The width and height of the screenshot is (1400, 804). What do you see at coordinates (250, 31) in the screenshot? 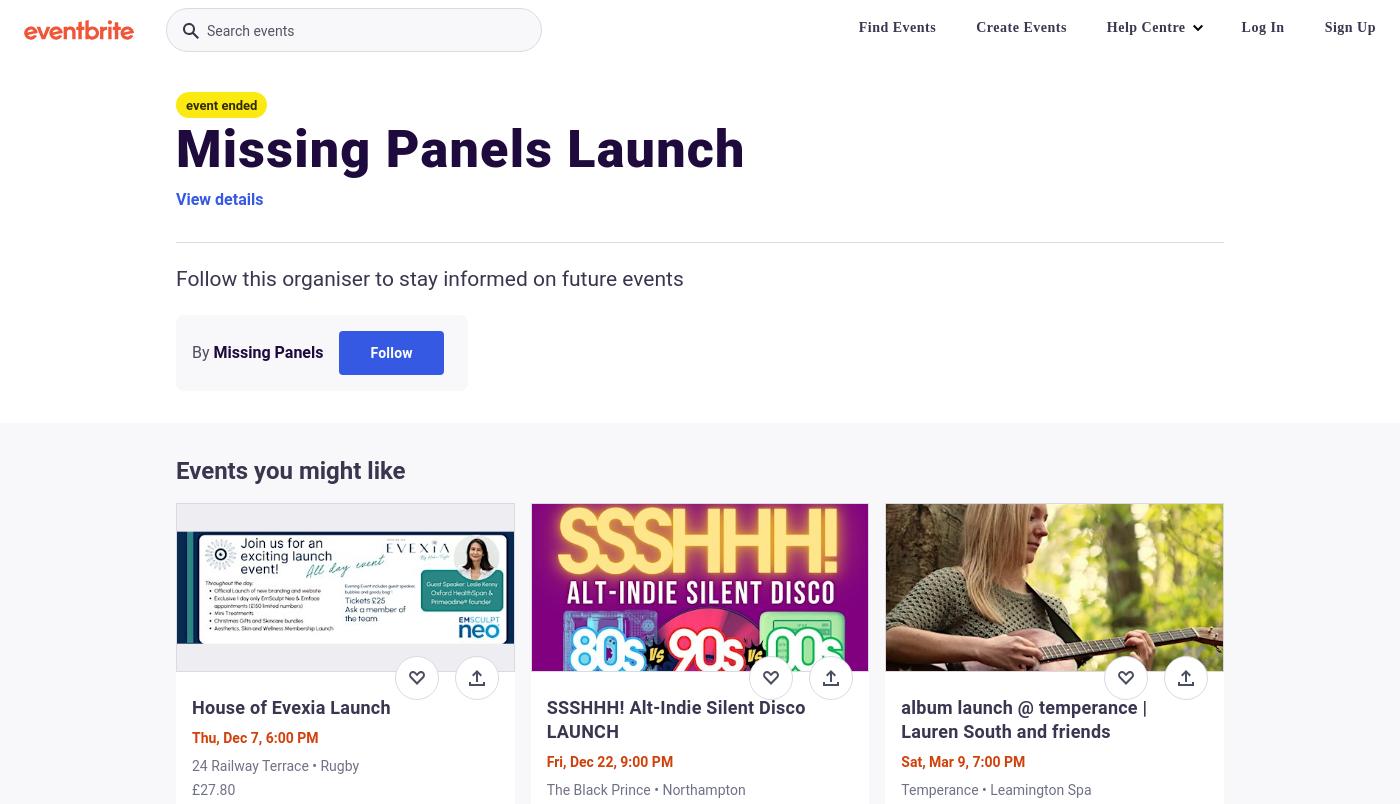
I see `'Search events'` at bounding box center [250, 31].